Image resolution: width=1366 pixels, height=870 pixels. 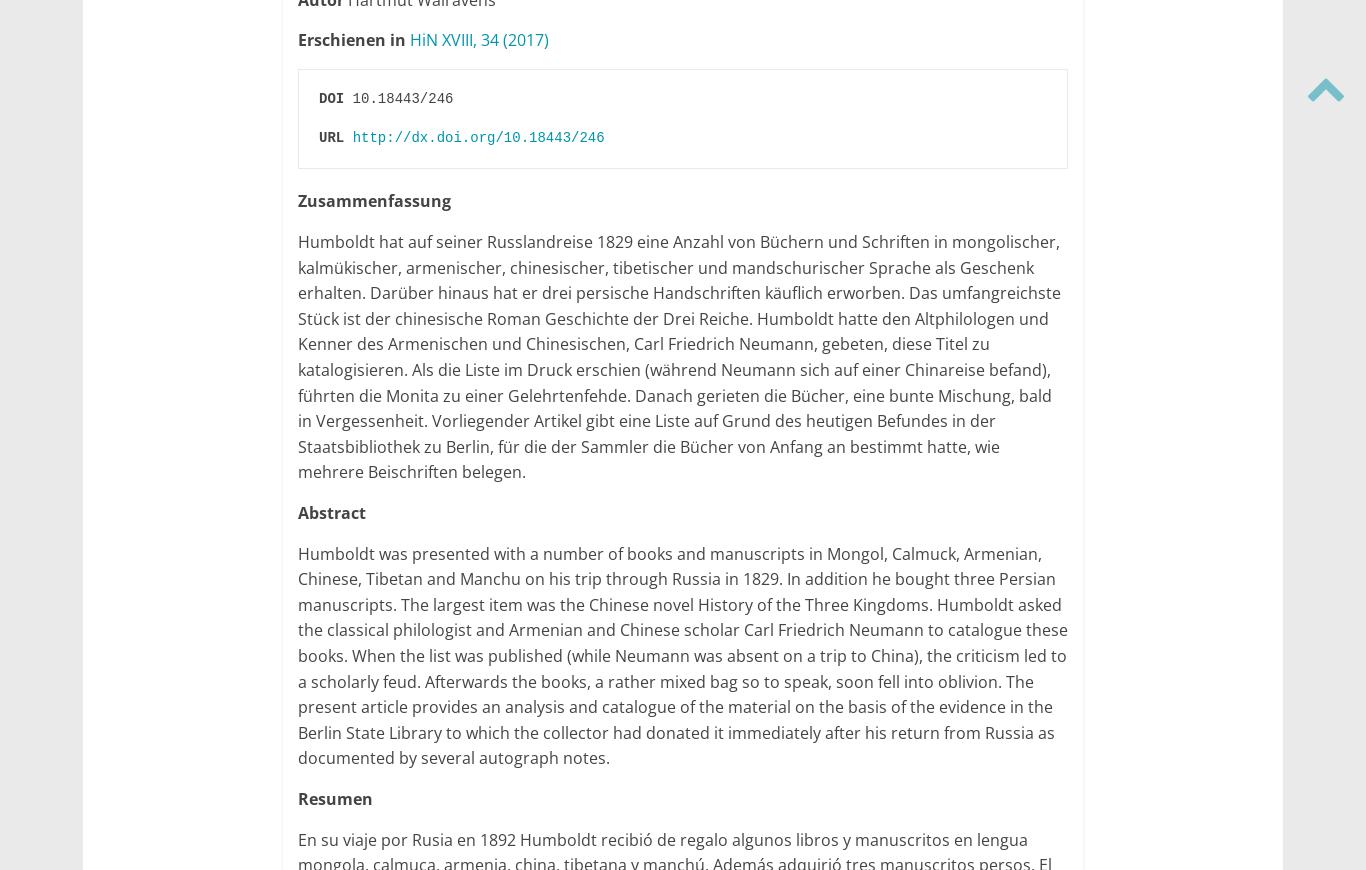 I want to click on 'Erschienen in', so click(x=351, y=39).